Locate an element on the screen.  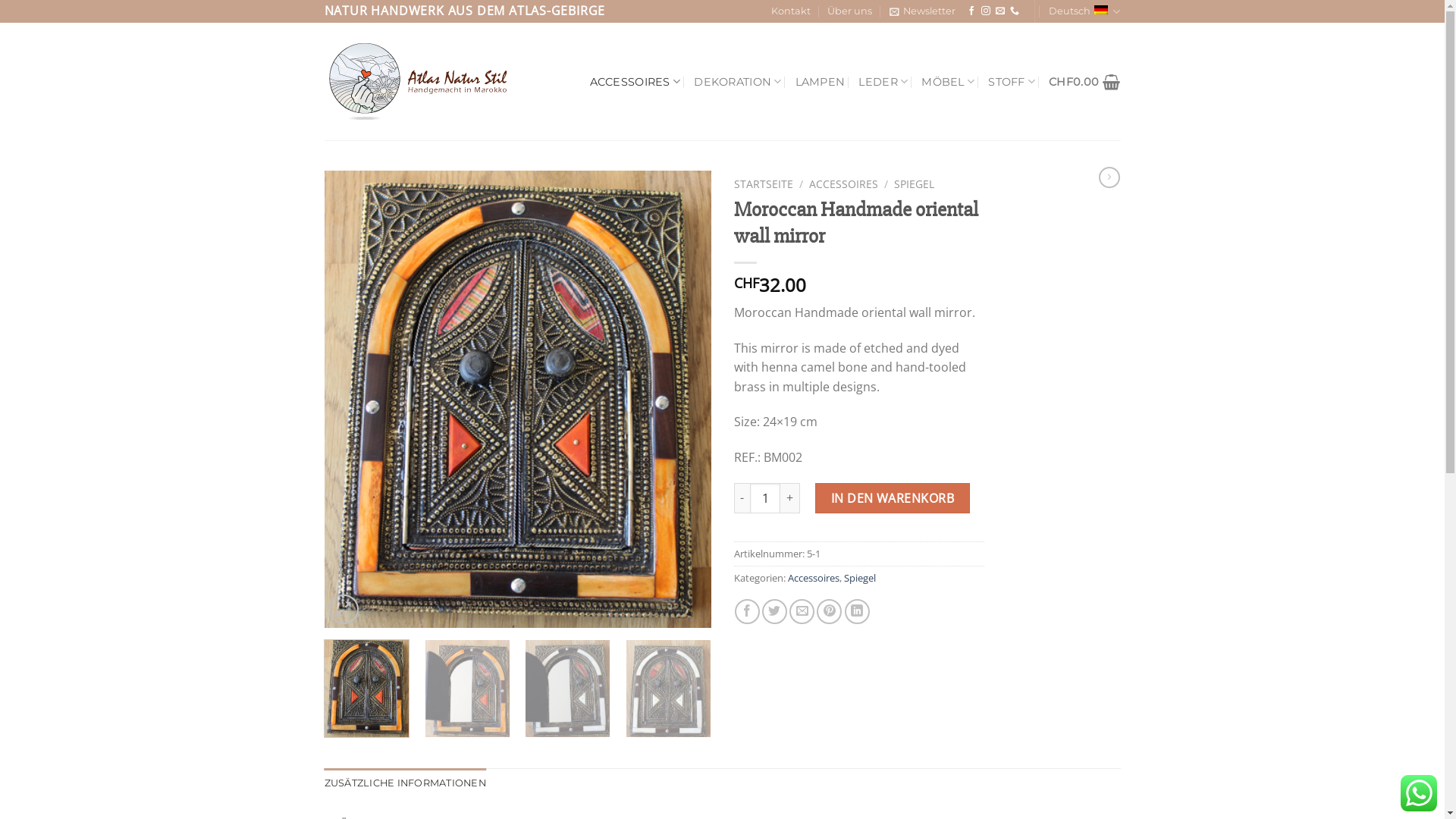
'Menge' is located at coordinates (764, 497).